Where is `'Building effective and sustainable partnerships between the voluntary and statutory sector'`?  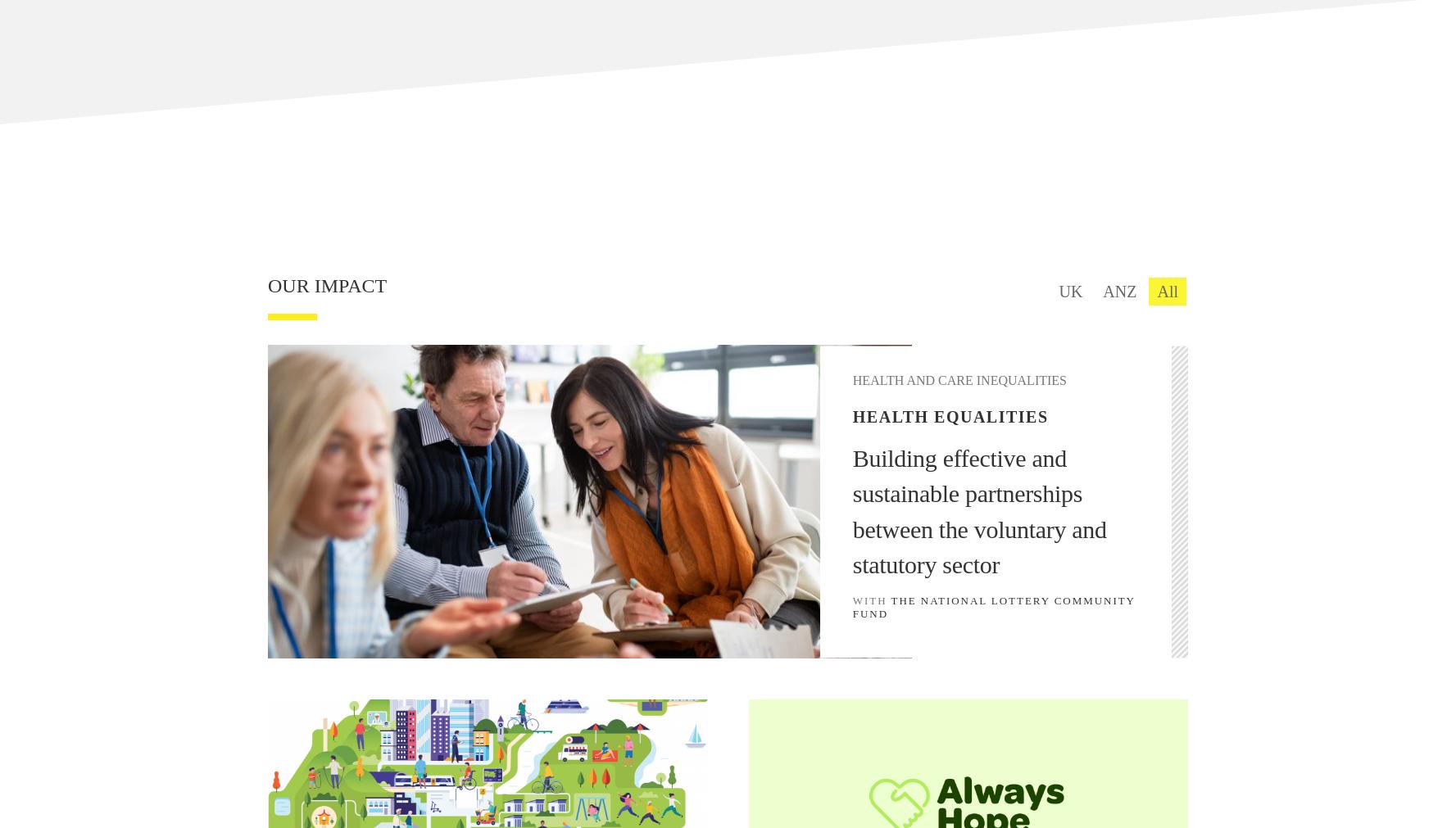 'Building effective and sustainable partnerships between the voluntary and statutory sector' is located at coordinates (852, 510).